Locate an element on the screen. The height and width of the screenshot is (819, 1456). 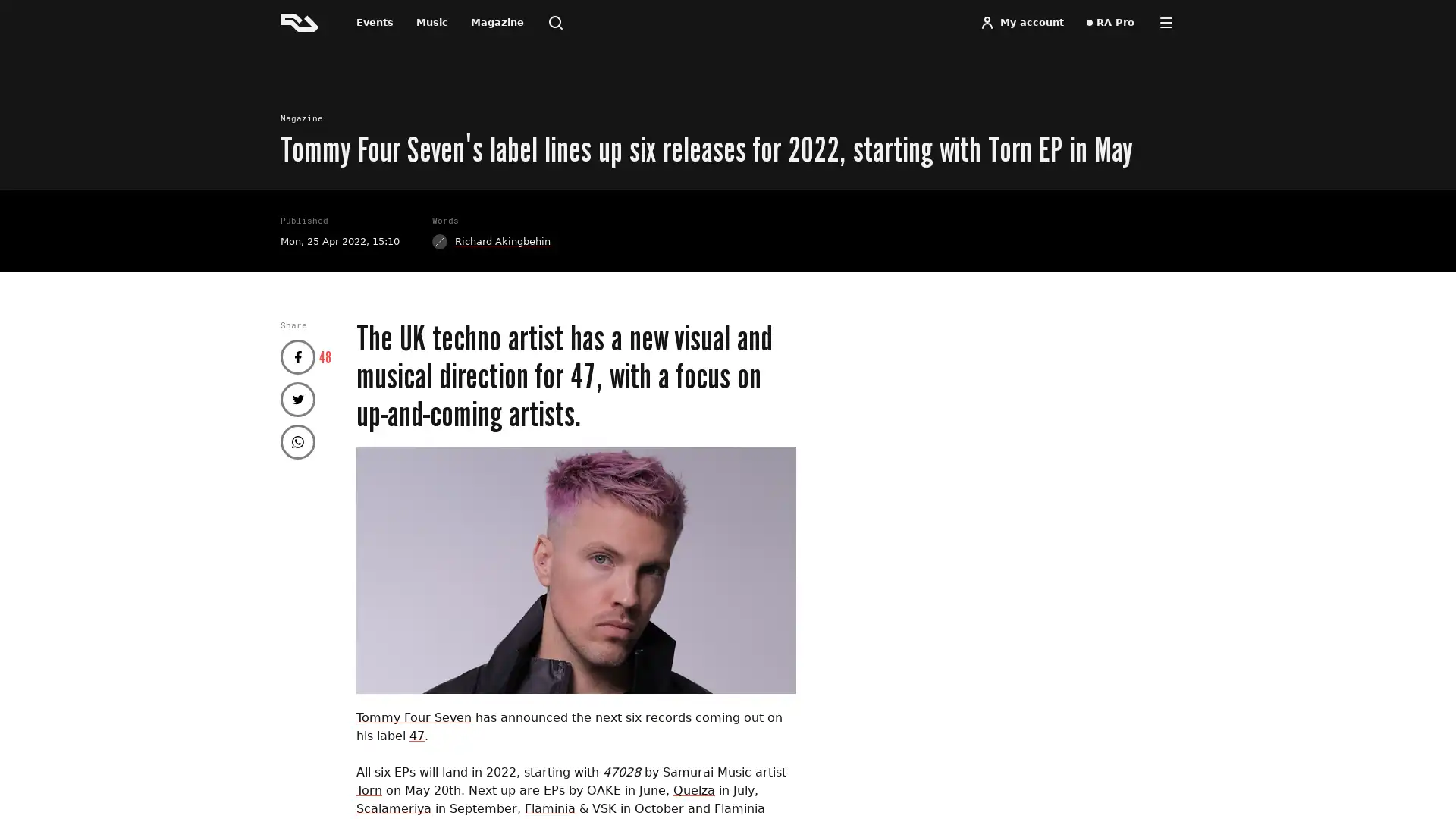
whatsapp is located at coordinates (298, 441).